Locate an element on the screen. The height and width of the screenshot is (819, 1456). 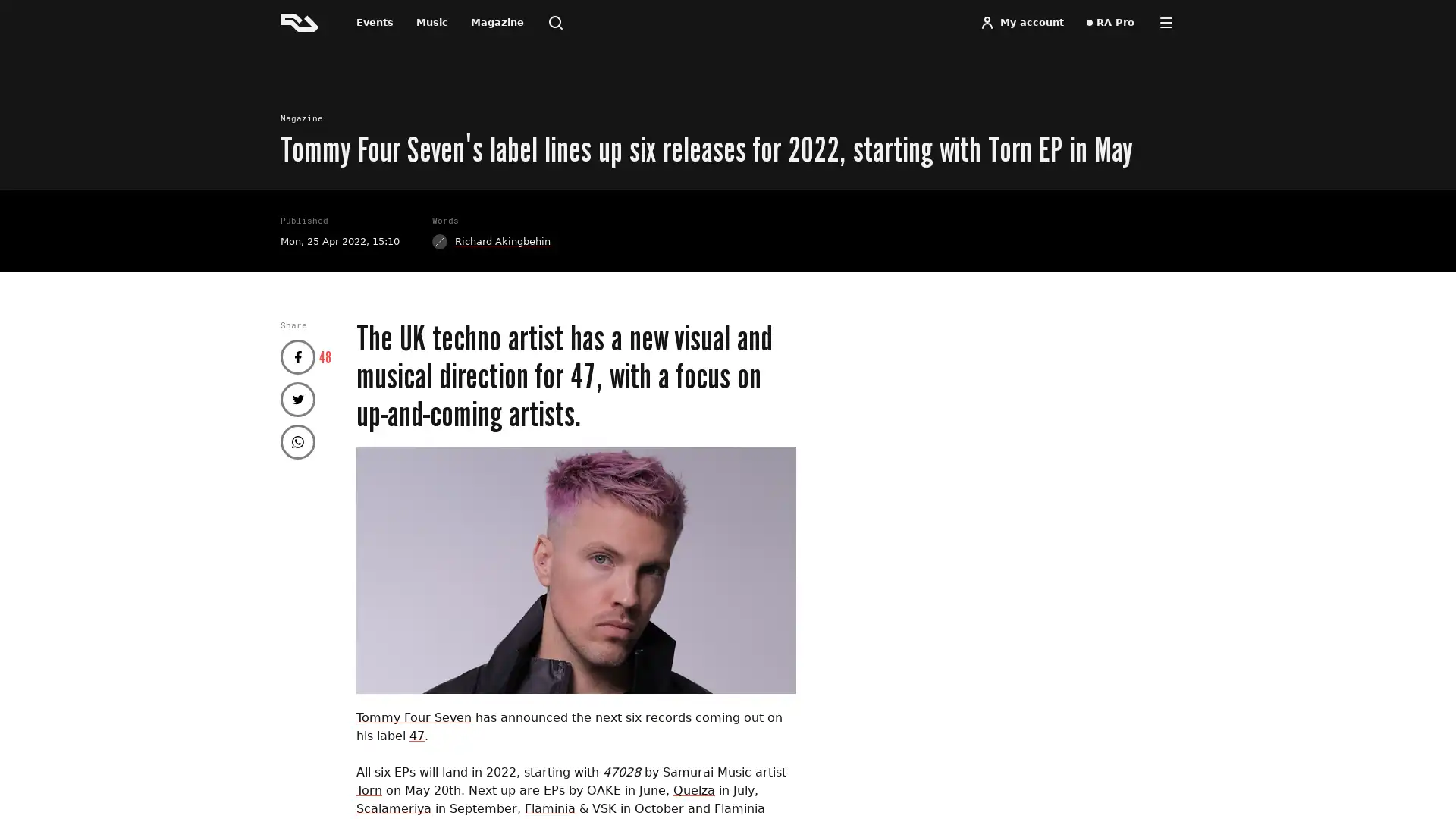
whatsapp is located at coordinates (298, 441).